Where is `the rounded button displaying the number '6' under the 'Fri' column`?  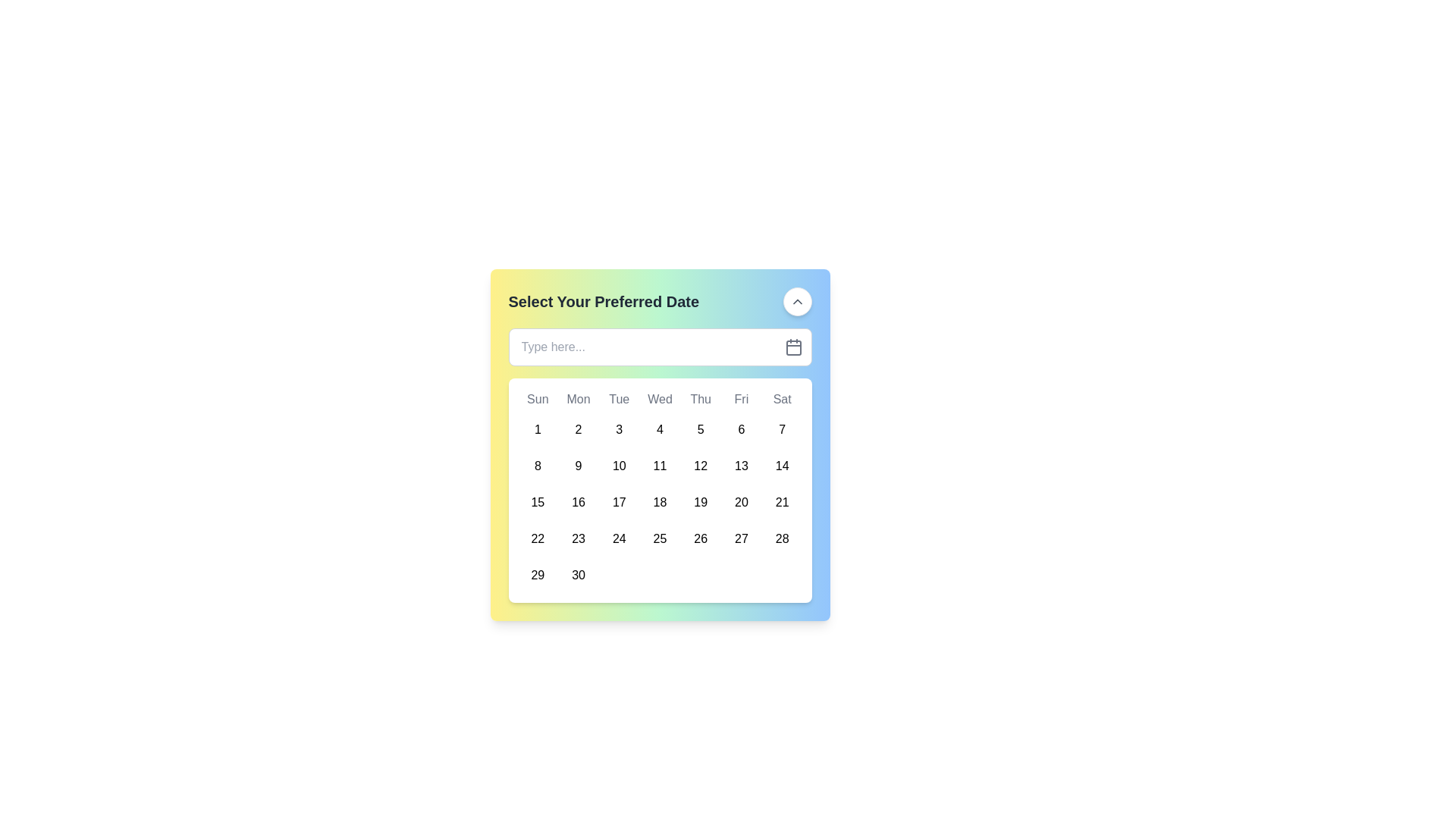
the rounded button displaying the number '6' under the 'Fri' column is located at coordinates (741, 430).